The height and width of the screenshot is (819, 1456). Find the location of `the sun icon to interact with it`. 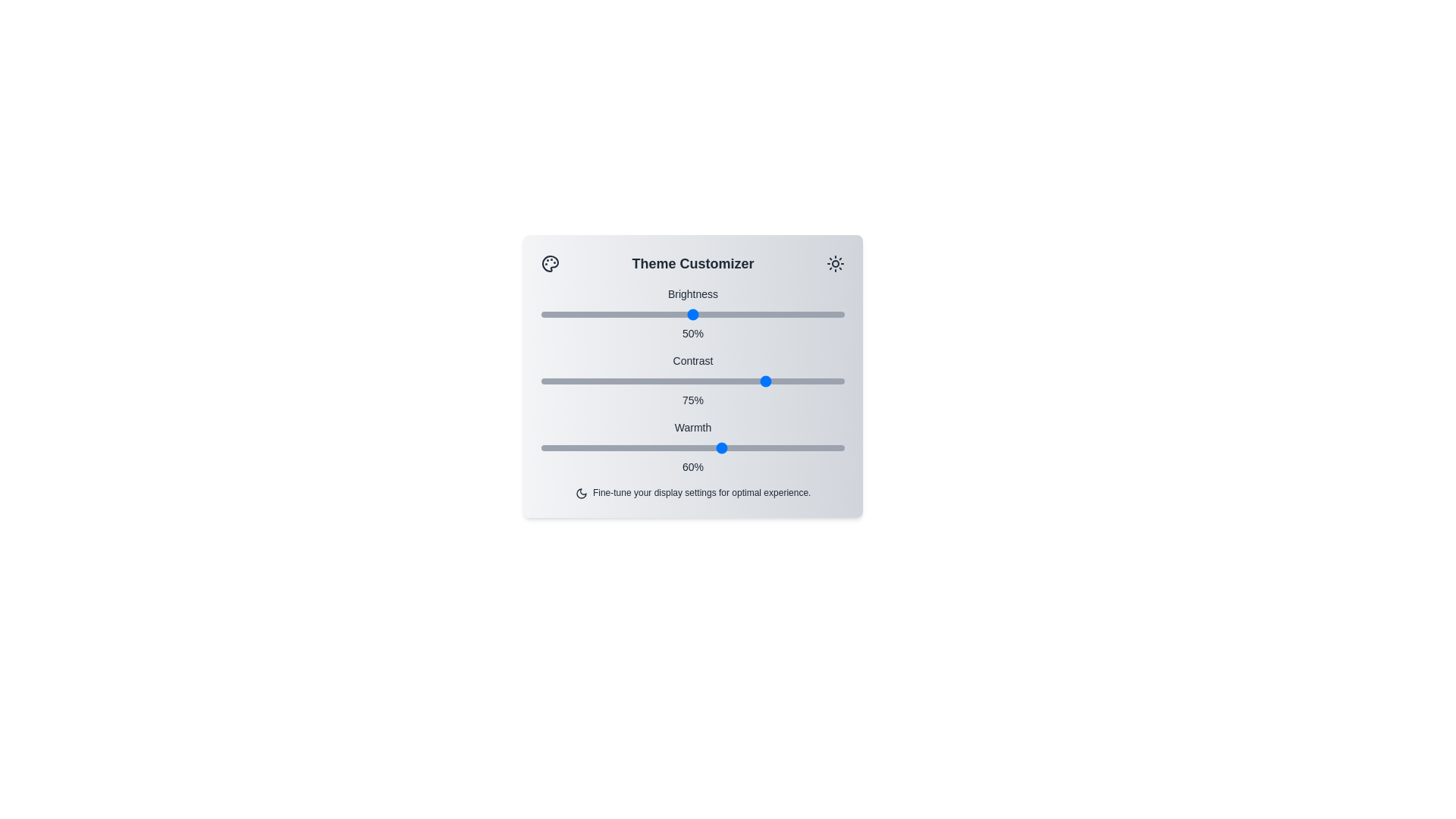

the sun icon to interact with it is located at coordinates (834, 262).